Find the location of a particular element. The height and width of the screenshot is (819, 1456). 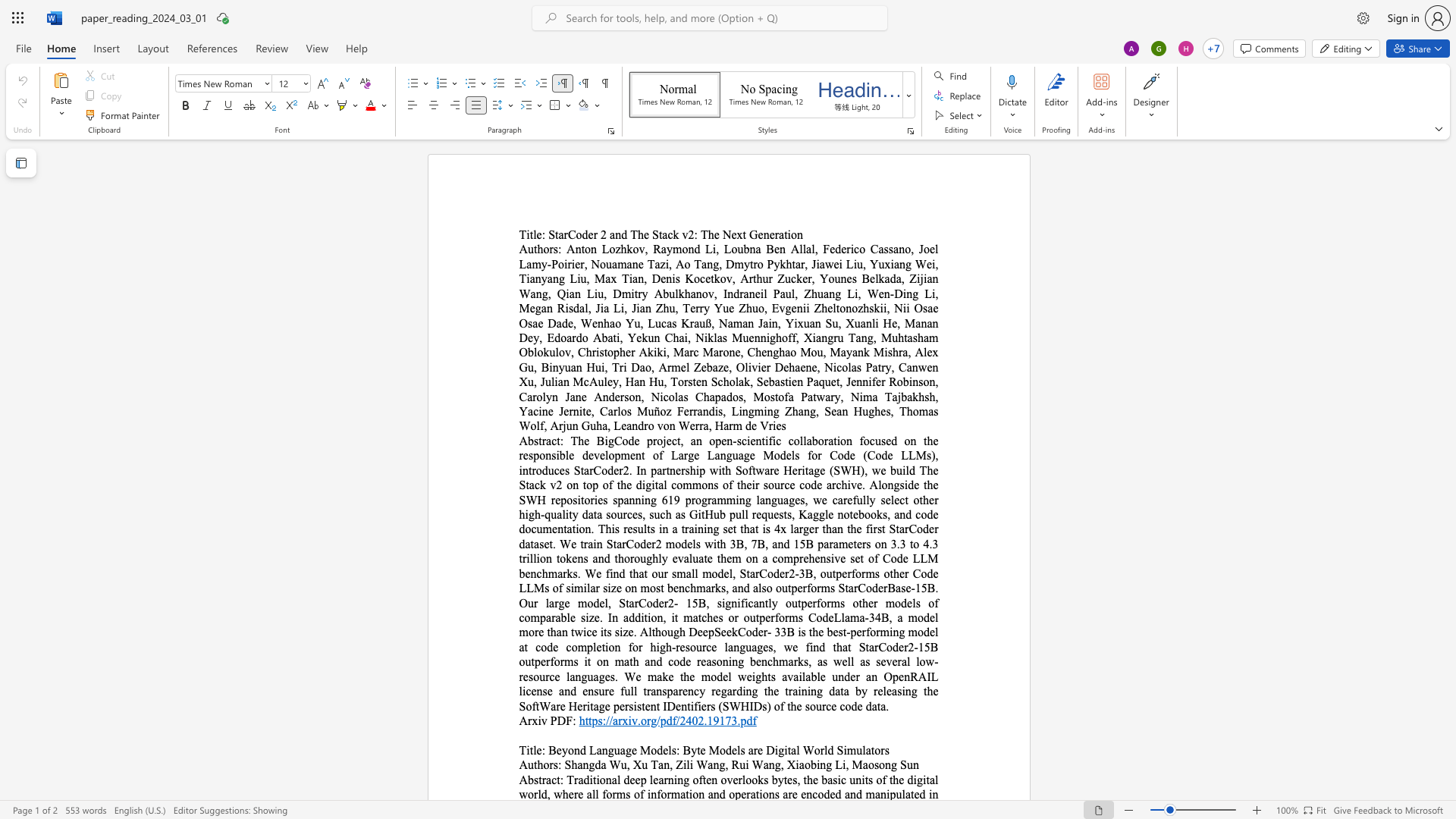

the space between the continuous character "r" and "g" in the text is located at coordinates (651, 720).